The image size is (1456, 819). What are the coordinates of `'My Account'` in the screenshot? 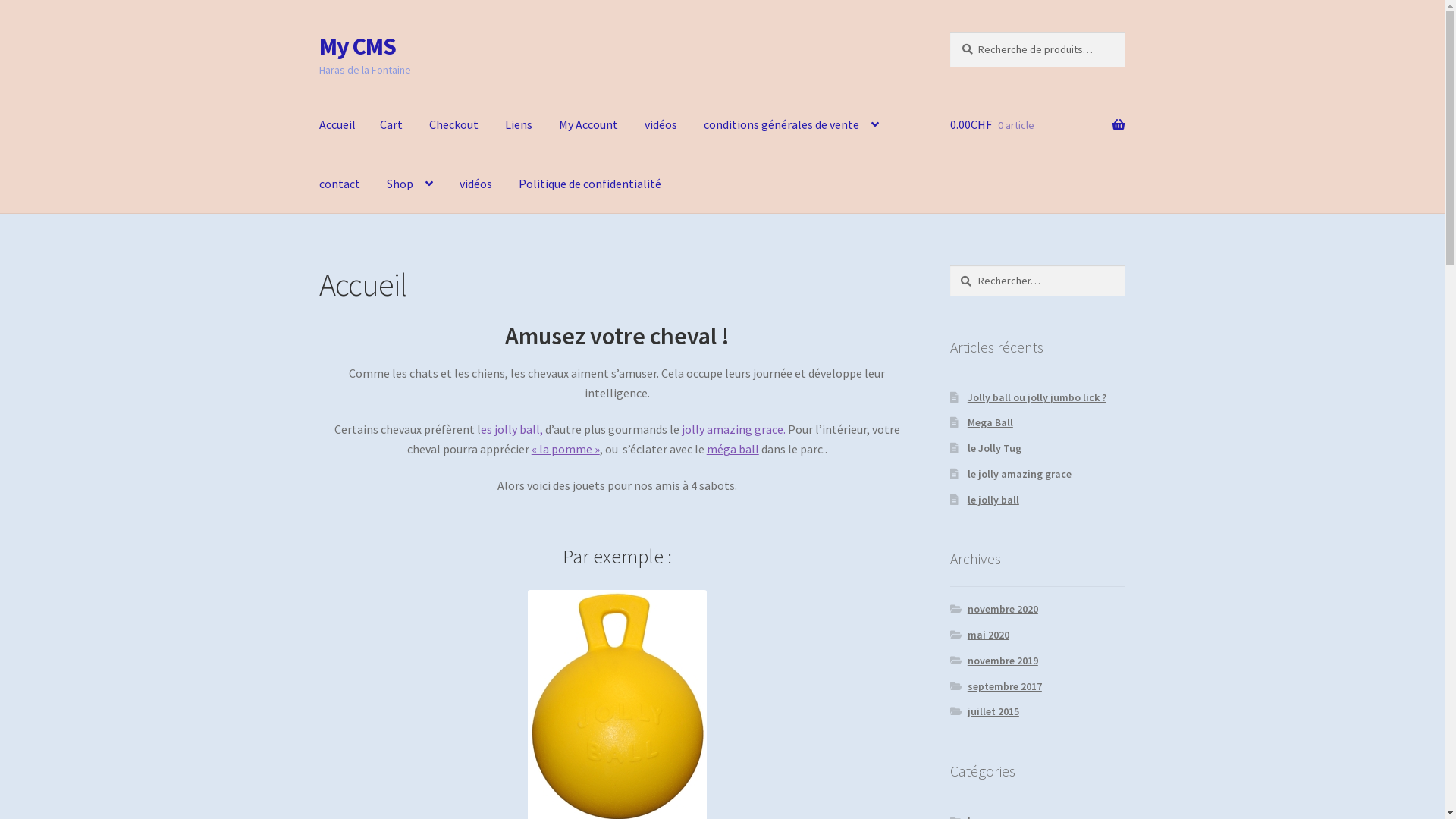 It's located at (588, 124).